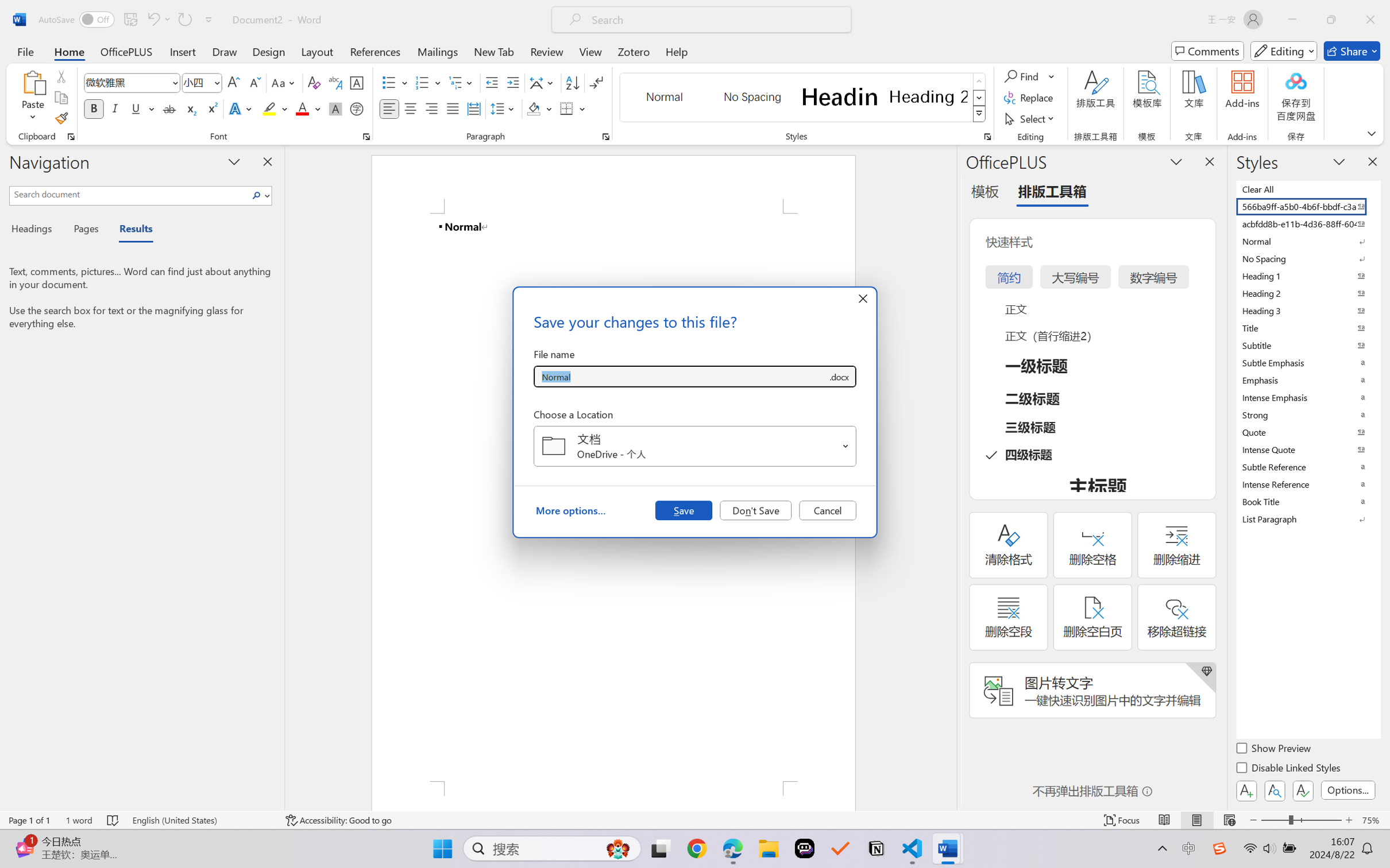 This screenshot has height=868, width=1390. What do you see at coordinates (1029, 75) in the screenshot?
I see `'Find'` at bounding box center [1029, 75].